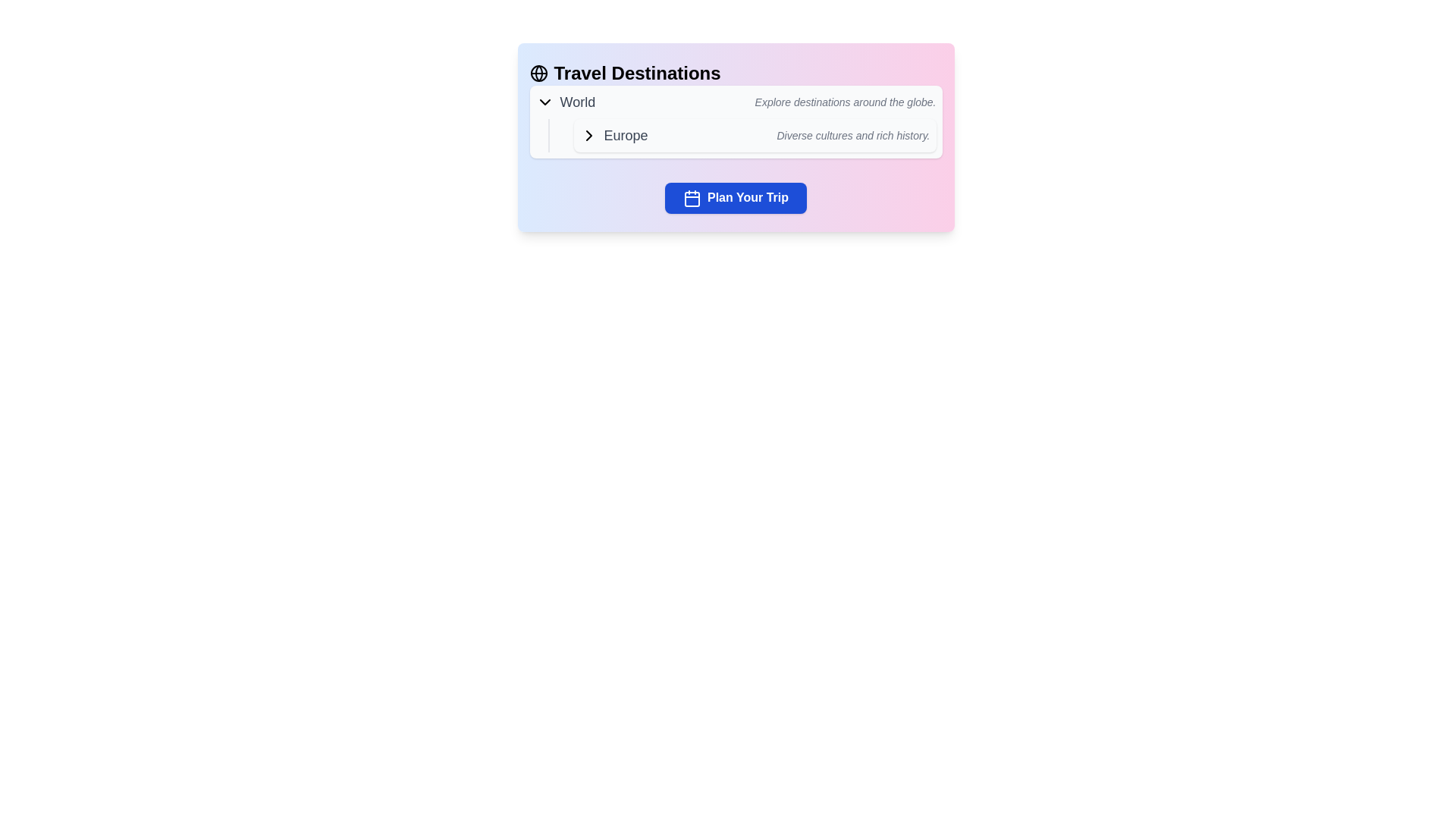 The image size is (1456, 819). Describe the element at coordinates (736, 197) in the screenshot. I see `the call-to-action button located beneath the 'Travel Destinations' section` at that location.